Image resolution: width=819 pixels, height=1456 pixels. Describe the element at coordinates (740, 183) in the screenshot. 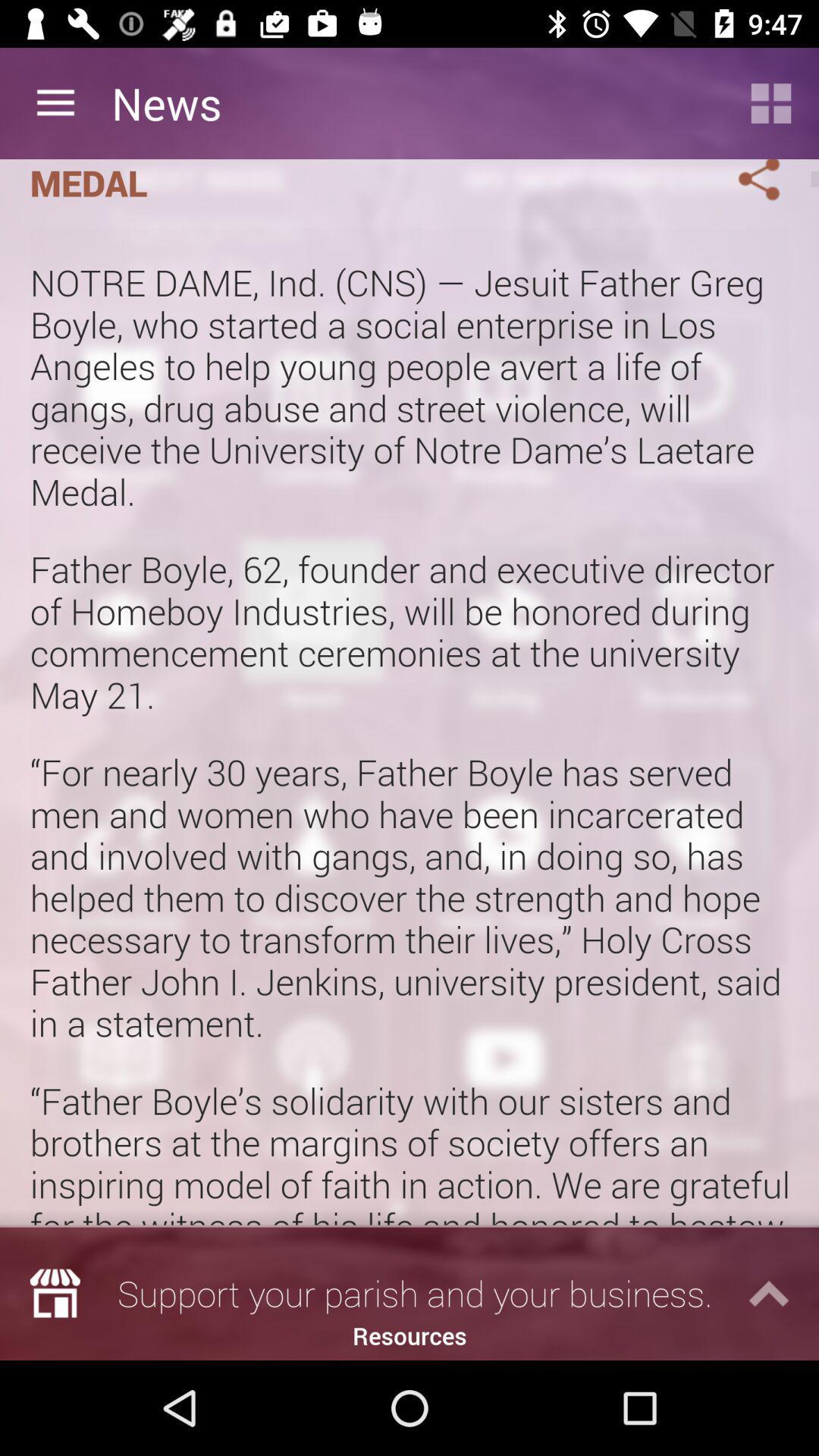

I see `sharing menu` at that location.